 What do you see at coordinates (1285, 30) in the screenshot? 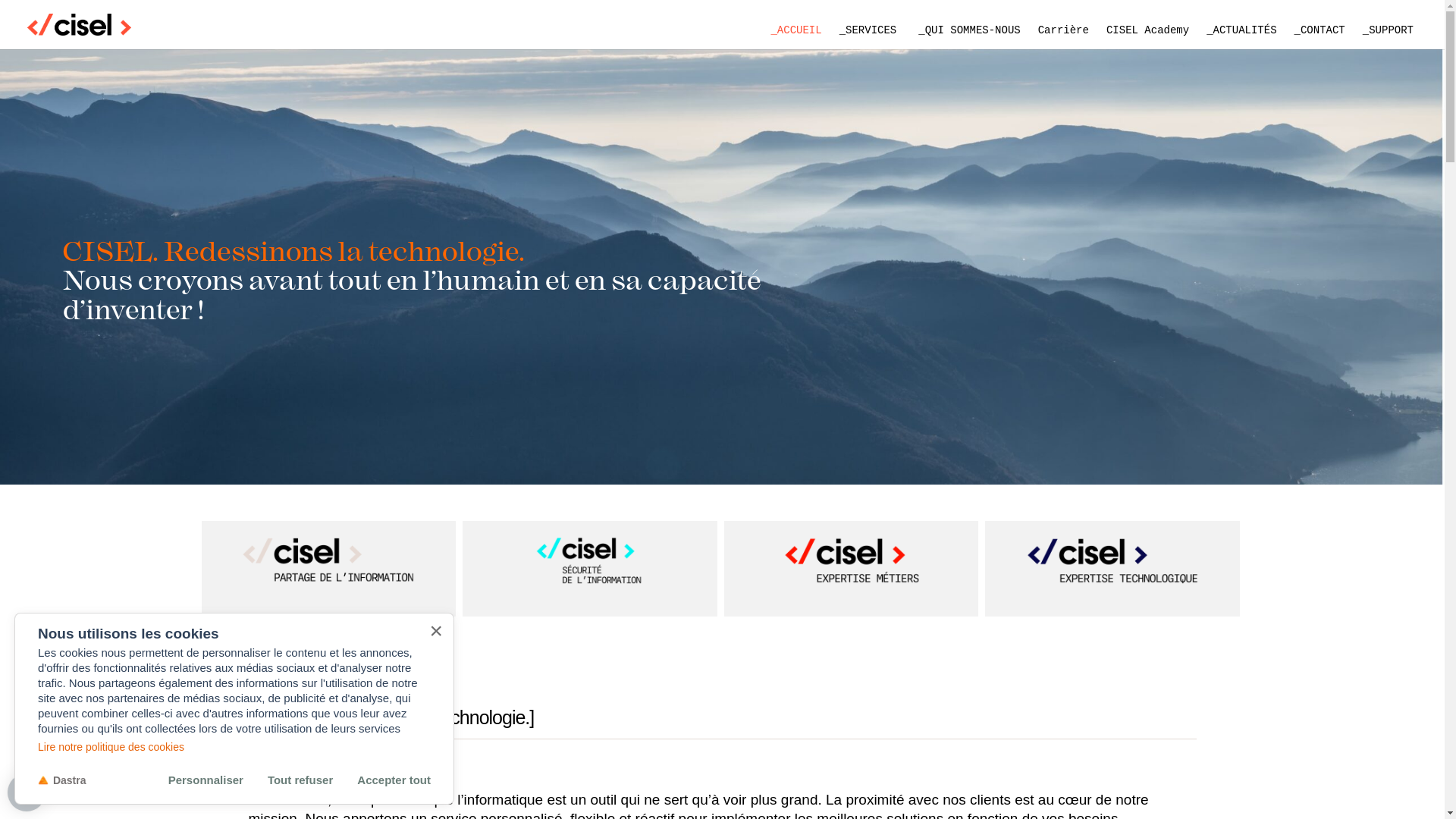
I see `'_CONTACT'` at bounding box center [1285, 30].